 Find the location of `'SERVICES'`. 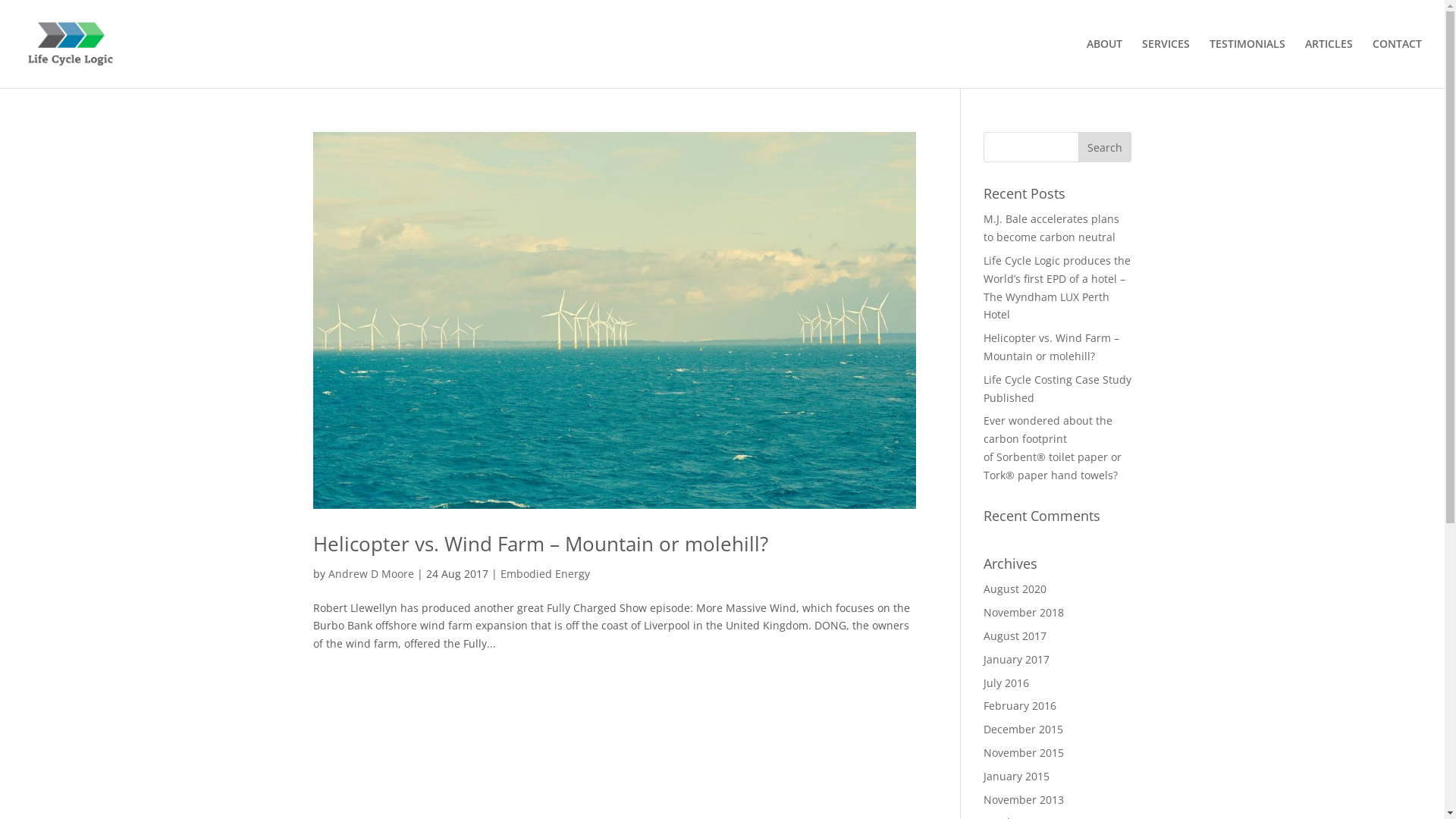

'SERVICES' is located at coordinates (1142, 62).